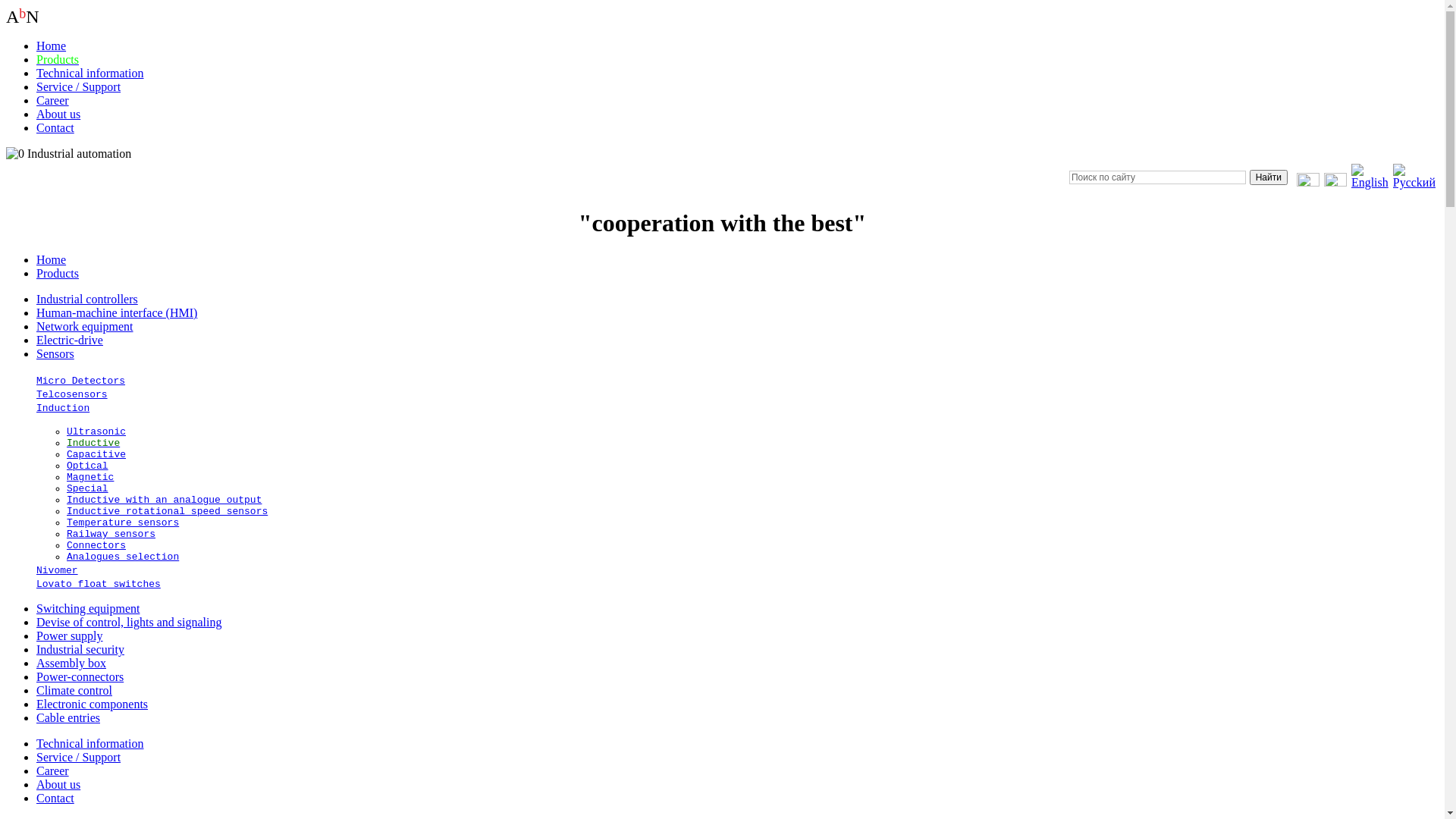 The width and height of the screenshot is (1456, 819). I want to click on 'Devise of control, lights and signaling', so click(36, 622).